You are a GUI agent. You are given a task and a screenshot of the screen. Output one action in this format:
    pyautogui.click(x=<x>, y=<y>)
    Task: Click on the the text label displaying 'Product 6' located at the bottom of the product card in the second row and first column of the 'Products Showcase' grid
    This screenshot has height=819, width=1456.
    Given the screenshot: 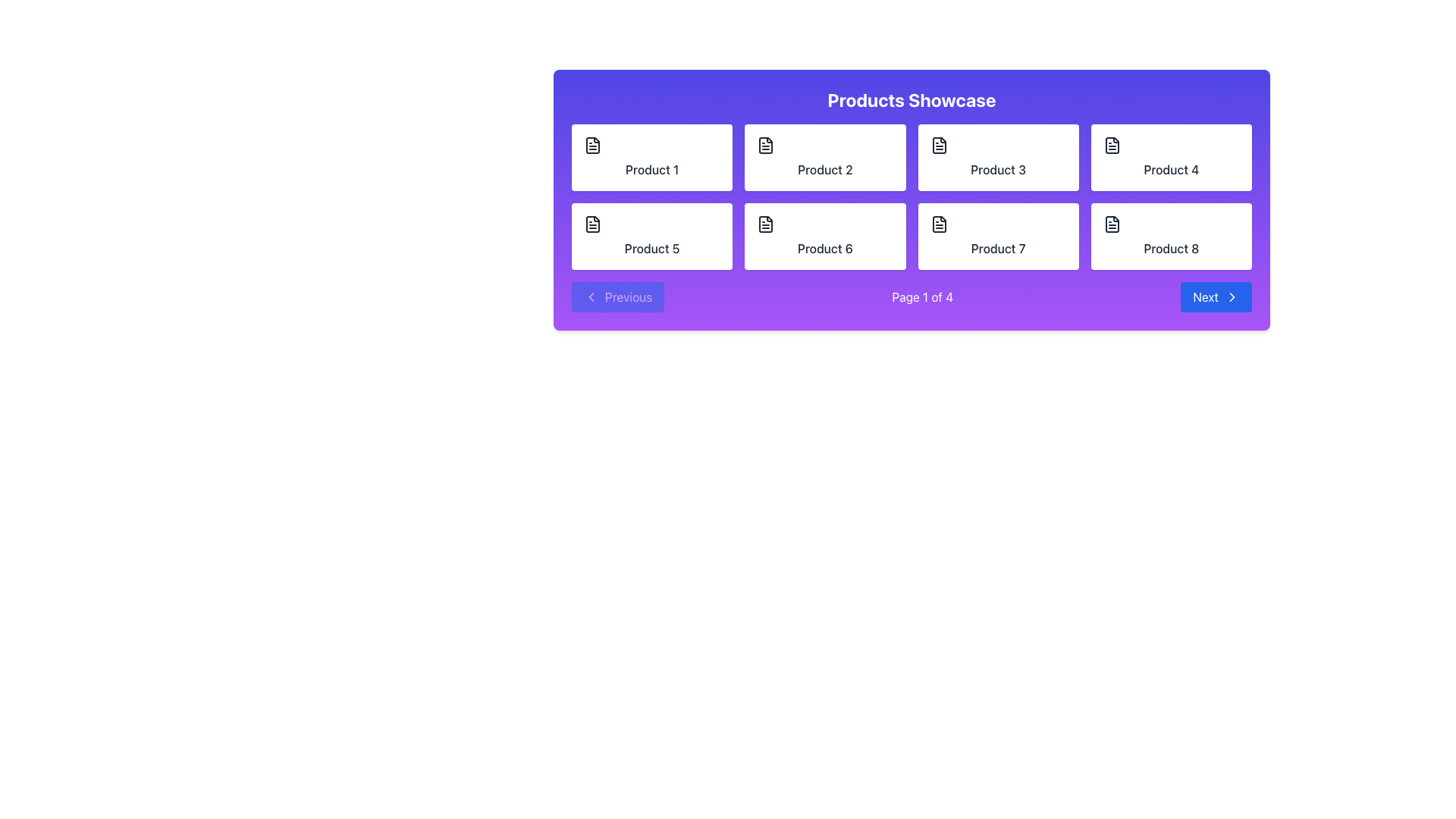 What is the action you would take?
    pyautogui.click(x=824, y=247)
    